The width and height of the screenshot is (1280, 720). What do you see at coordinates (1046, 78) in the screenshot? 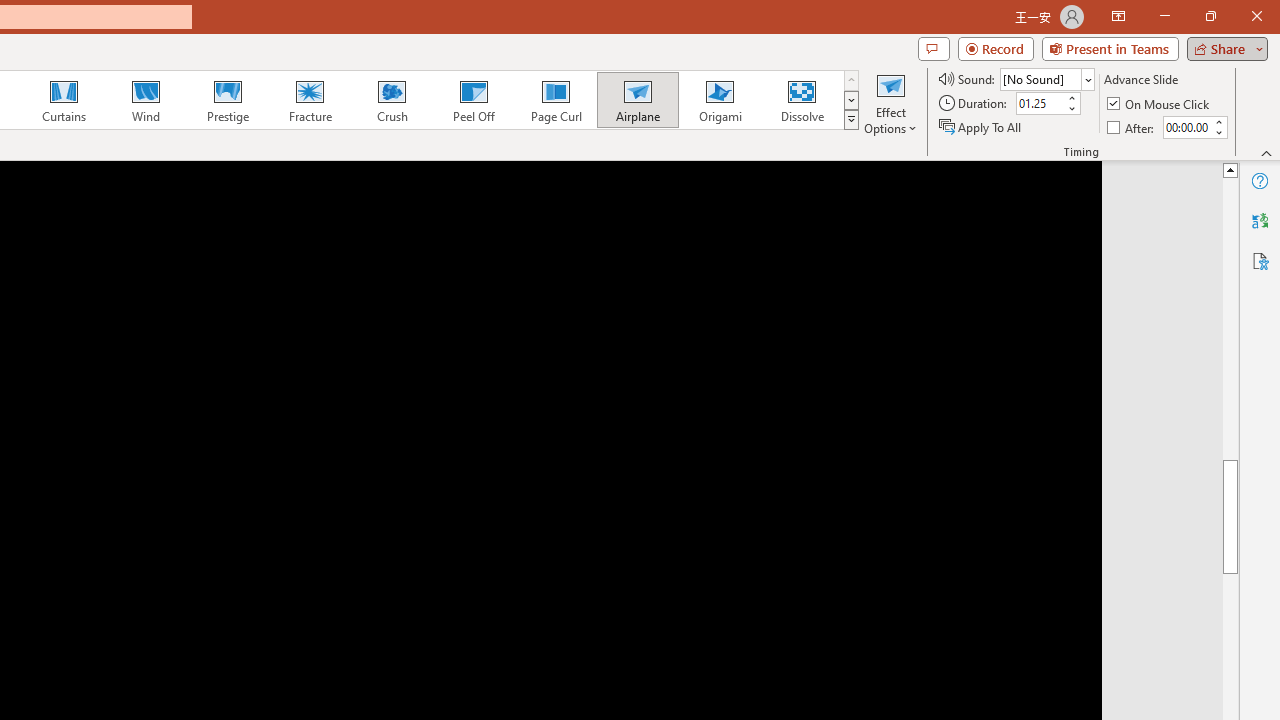
I see `'Sound'` at bounding box center [1046, 78].